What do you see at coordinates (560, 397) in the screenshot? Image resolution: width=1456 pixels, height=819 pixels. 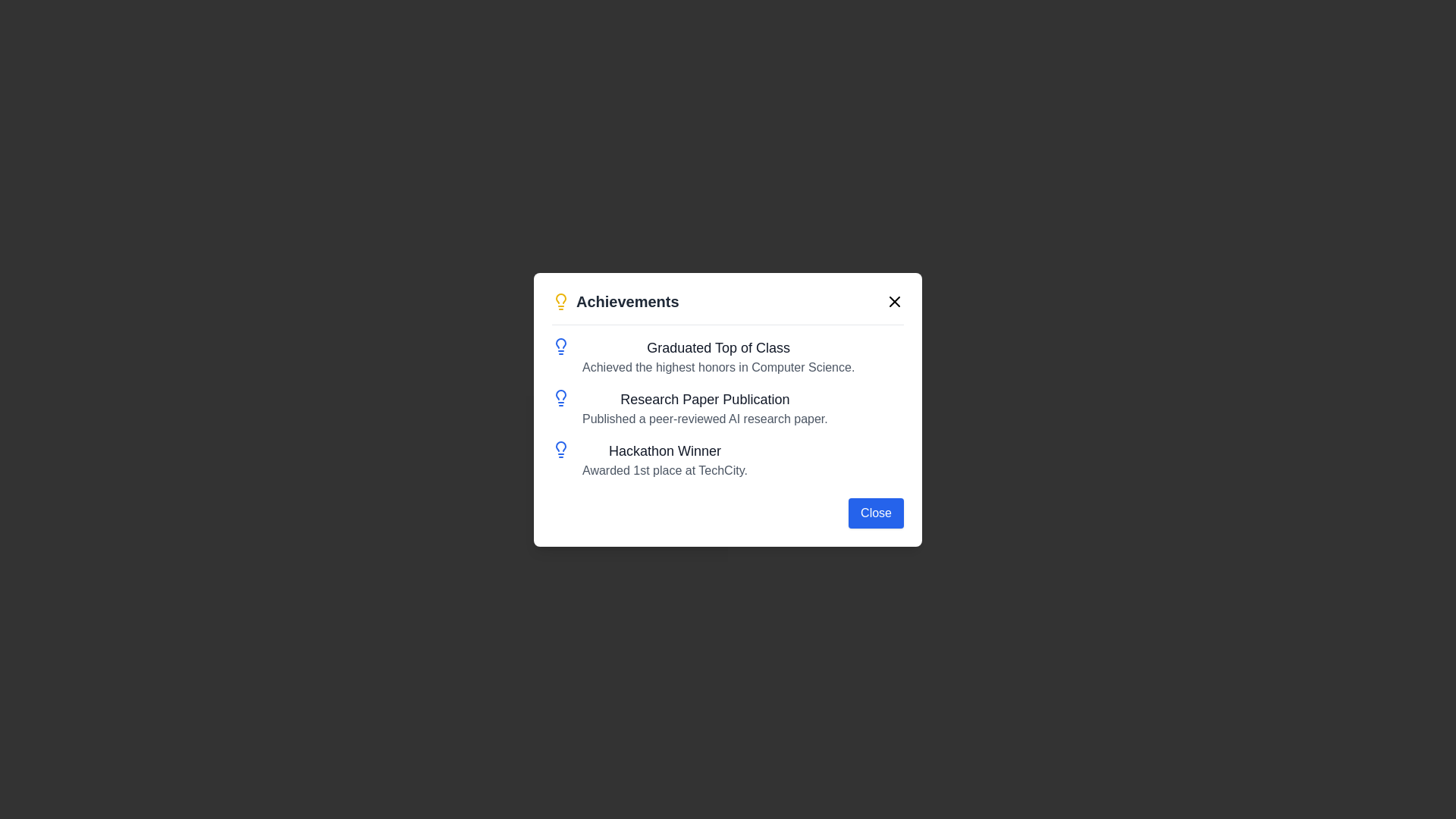 I see `the decorative icon associated with the 'Research Paper Publication' achievement, which is the second icon in the vertical sequence of achievement entries` at bounding box center [560, 397].